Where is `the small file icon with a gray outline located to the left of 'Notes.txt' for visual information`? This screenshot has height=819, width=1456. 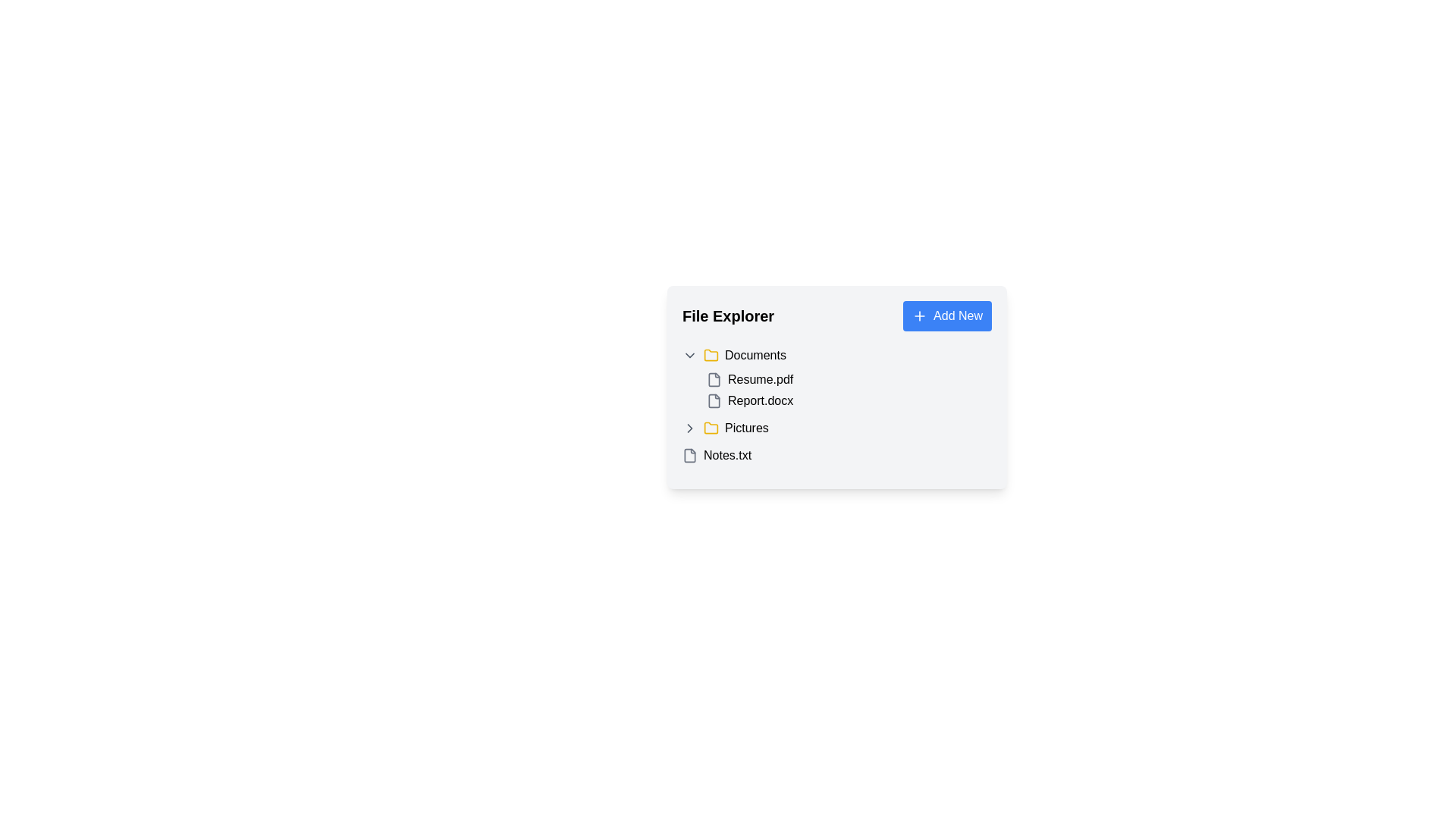
the small file icon with a gray outline located to the left of 'Notes.txt' for visual information is located at coordinates (689, 455).